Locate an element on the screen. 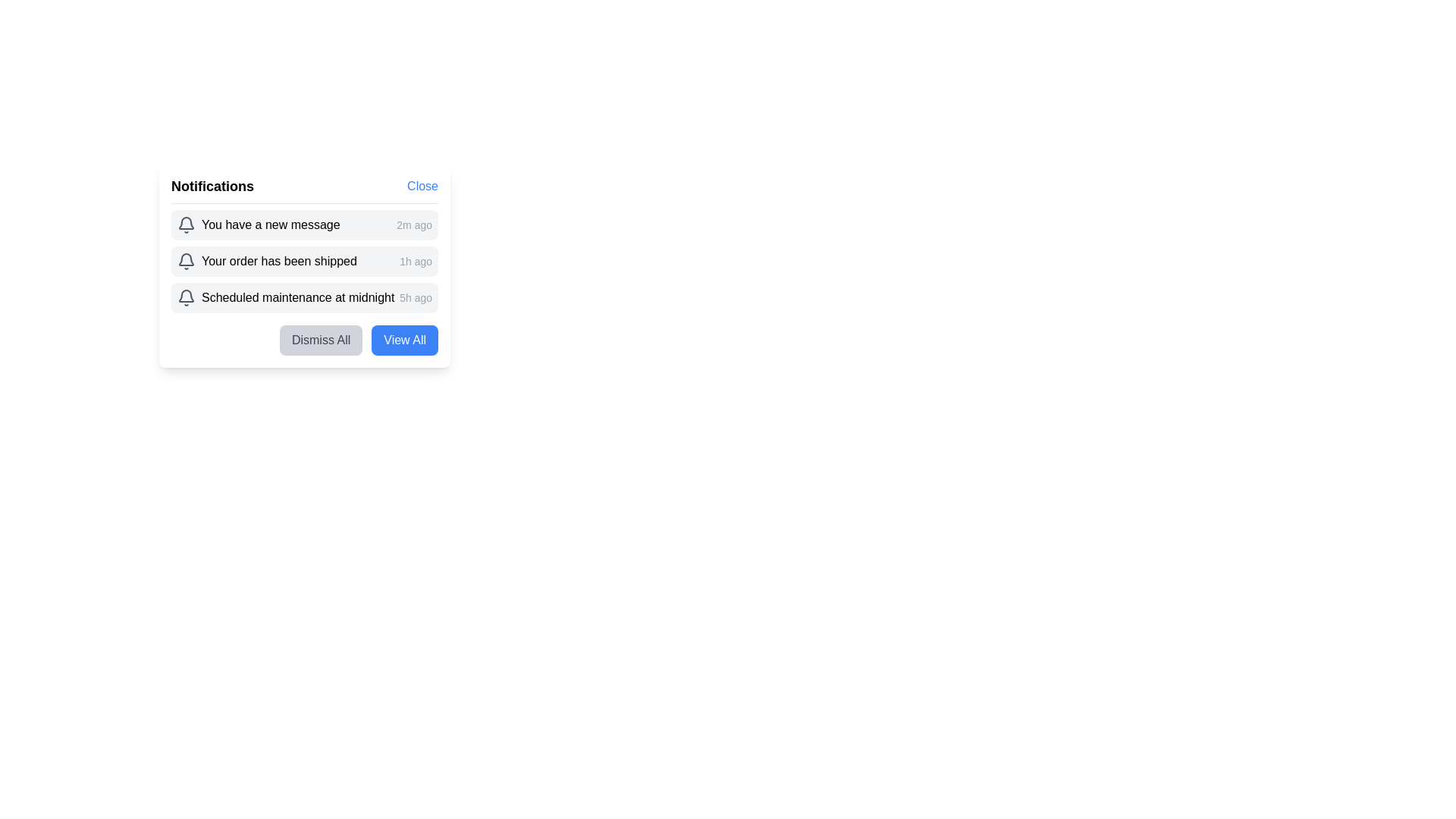 The height and width of the screenshot is (819, 1456). the 'Dismiss All' button, which is a rectangular button with a gray background and rounded corners, located at the bottom-right of the notifications panel is located at coordinates (320, 339).